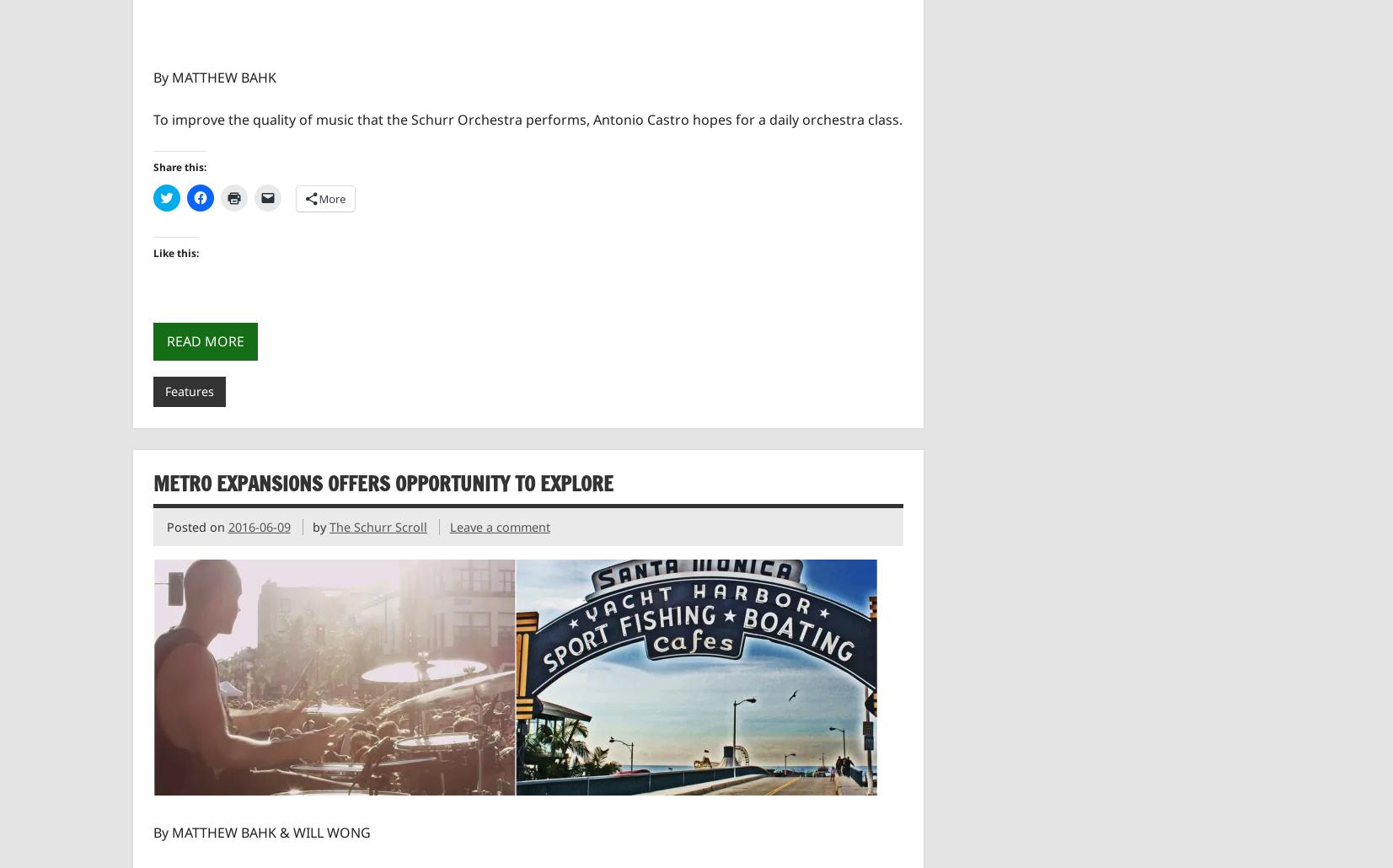 Image resolution: width=1393 pixels, height=868 pixels. I want to click on 'Posted on', so click(165, 526).